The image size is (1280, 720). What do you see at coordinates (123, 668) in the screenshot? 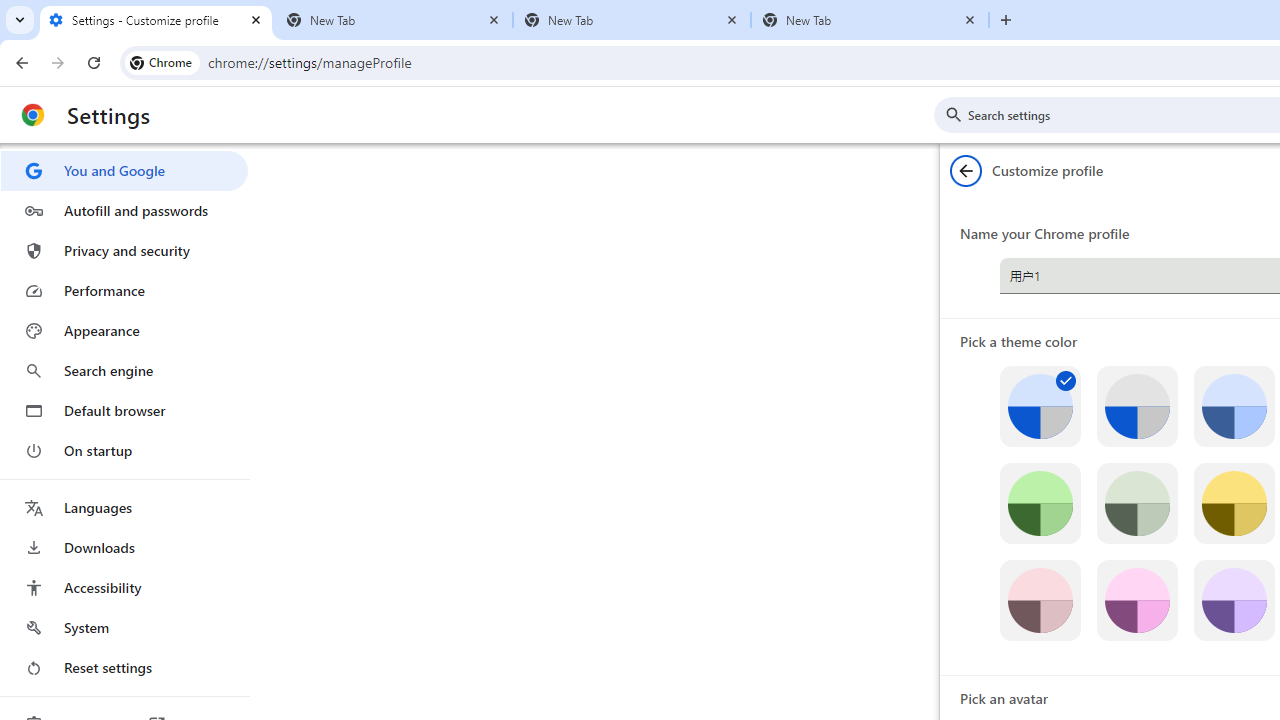
I see `'Reset settings'` at bounding box center [123, 668].